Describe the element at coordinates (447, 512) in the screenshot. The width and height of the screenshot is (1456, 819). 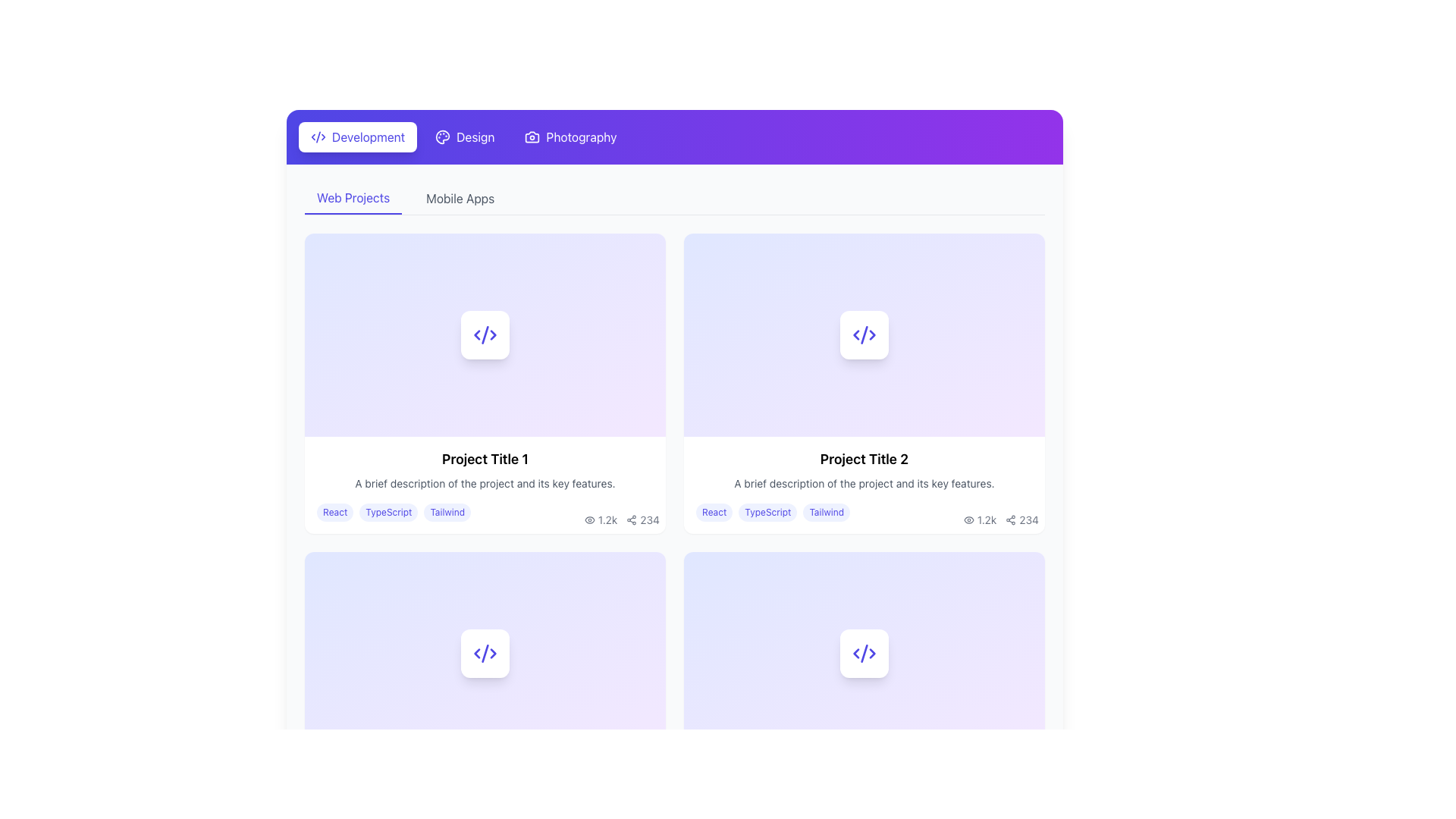
I see `the 'Tailwind' badge, which is a small pill-shaped badge with a light indigo background and indigo text, located below the 'Project Title 1' section in the first card on the left` at that location.